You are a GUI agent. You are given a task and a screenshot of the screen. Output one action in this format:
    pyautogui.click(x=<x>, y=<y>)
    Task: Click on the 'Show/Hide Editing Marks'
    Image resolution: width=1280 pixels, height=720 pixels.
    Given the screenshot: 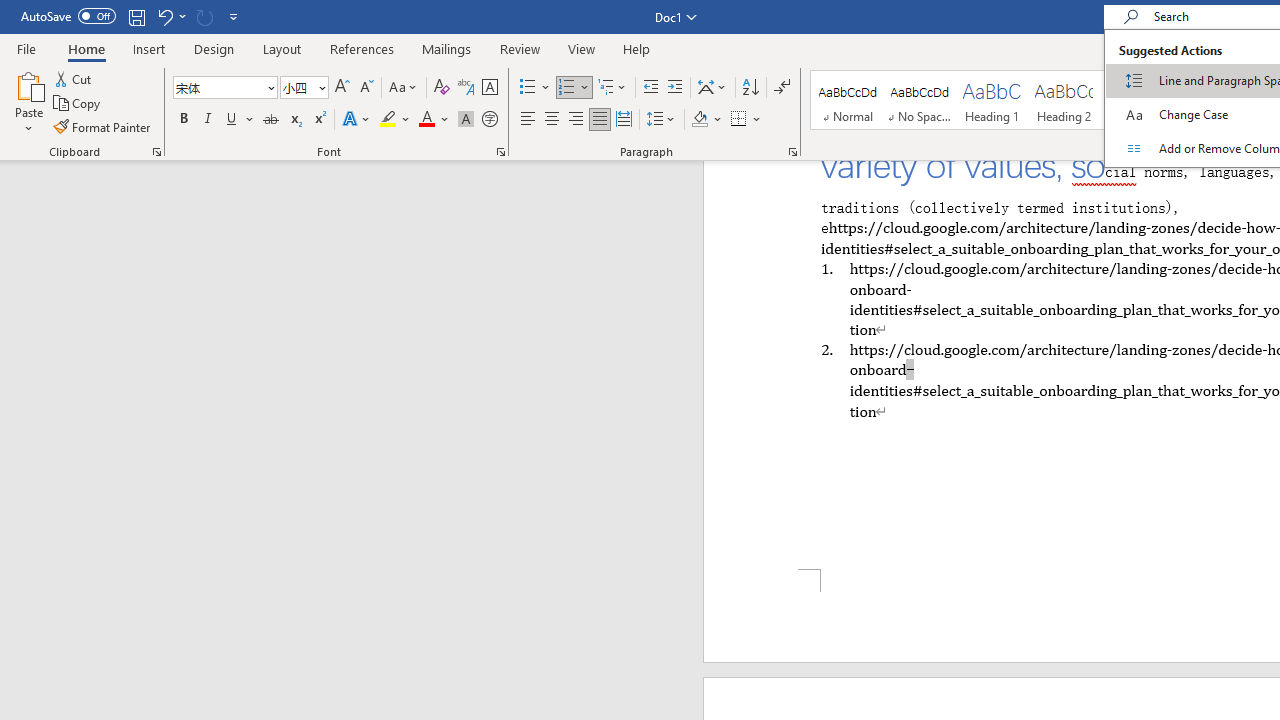 What is the action you would take?
    pyautogui.click(x=781, y=86)
    